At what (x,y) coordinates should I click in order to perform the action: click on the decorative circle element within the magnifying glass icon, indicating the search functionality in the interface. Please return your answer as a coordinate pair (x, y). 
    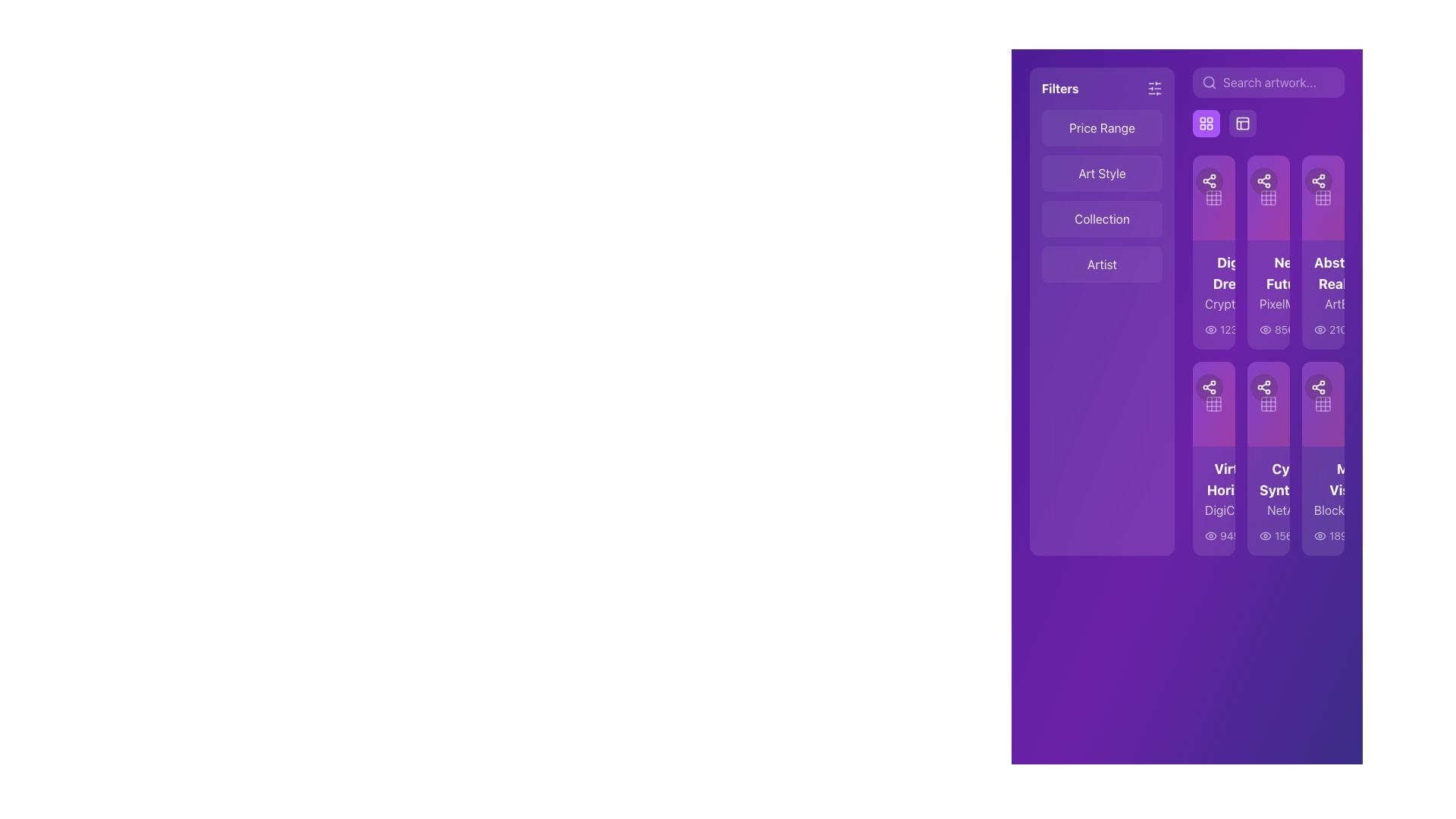
    Looking at the image, I should click on (1208, 82).